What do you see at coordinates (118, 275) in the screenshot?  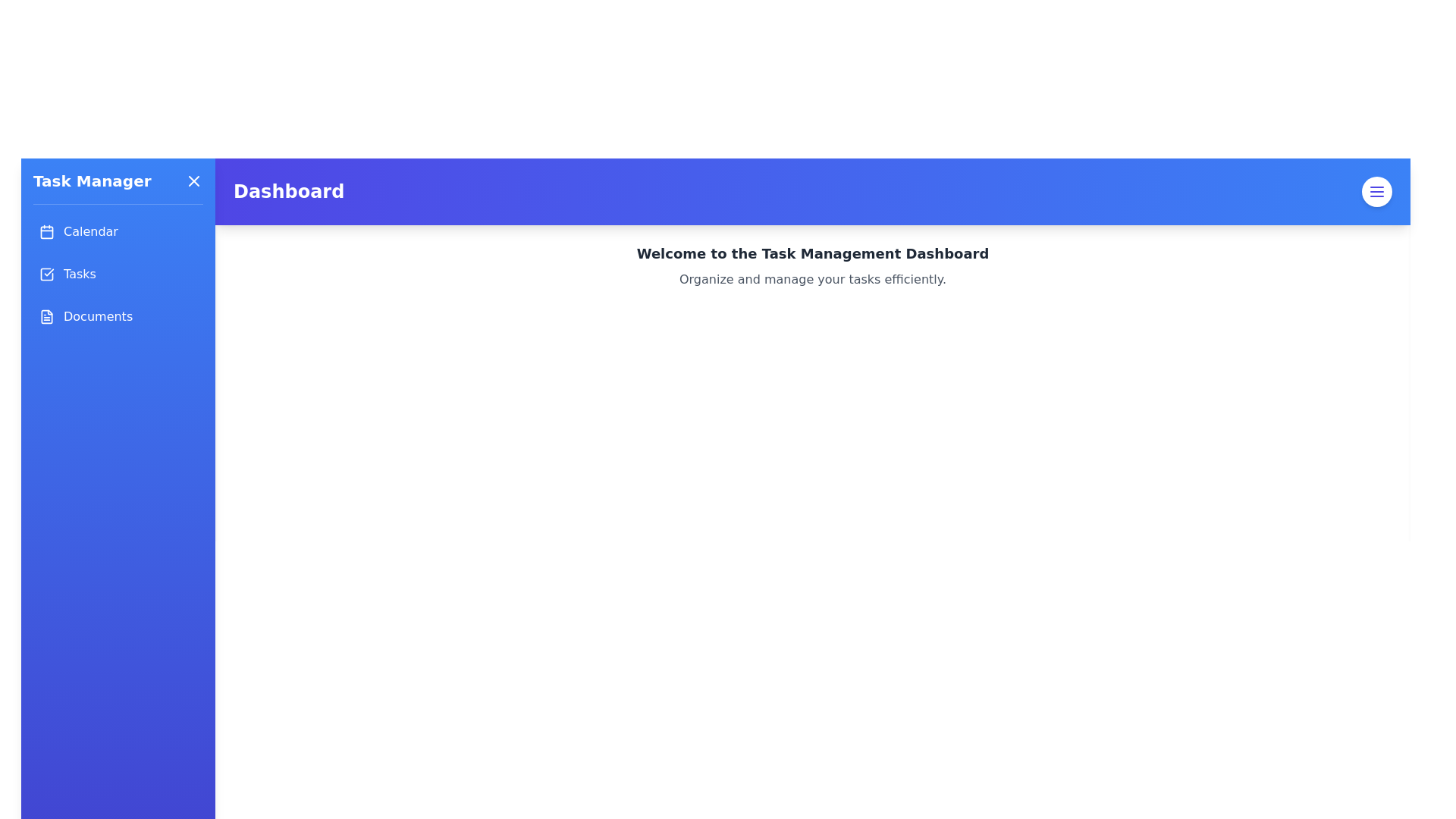 I see `the 'Tasks' button located in the sidebar, which is the second item in a vertical list, positioned below the 'Calendar' item and above the 'Documents' item, to trigger the hover effect` at bounding box center [118, 275].